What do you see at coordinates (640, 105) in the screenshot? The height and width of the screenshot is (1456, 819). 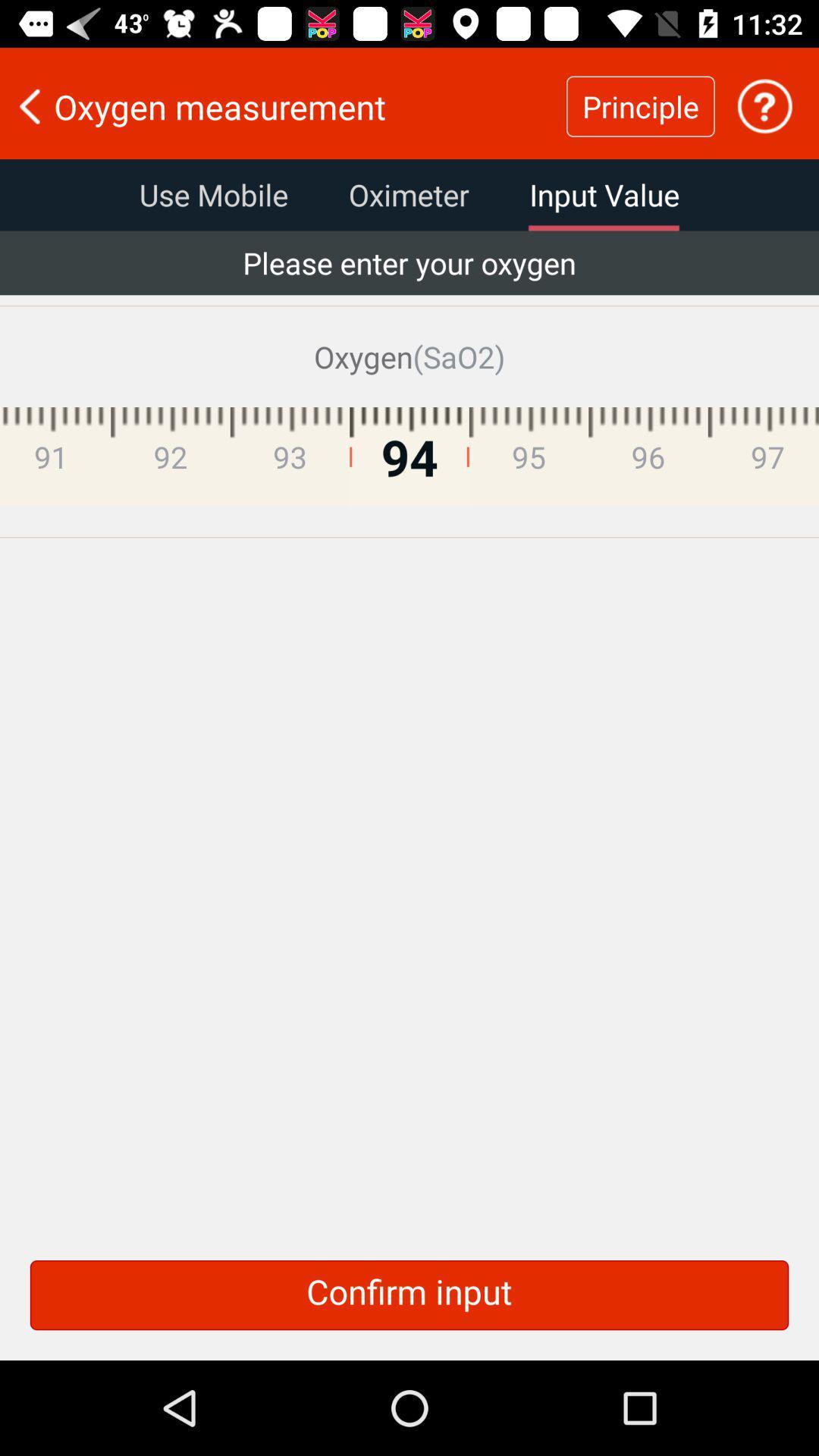 I see `principle icon` at bounding box center [640, 105].